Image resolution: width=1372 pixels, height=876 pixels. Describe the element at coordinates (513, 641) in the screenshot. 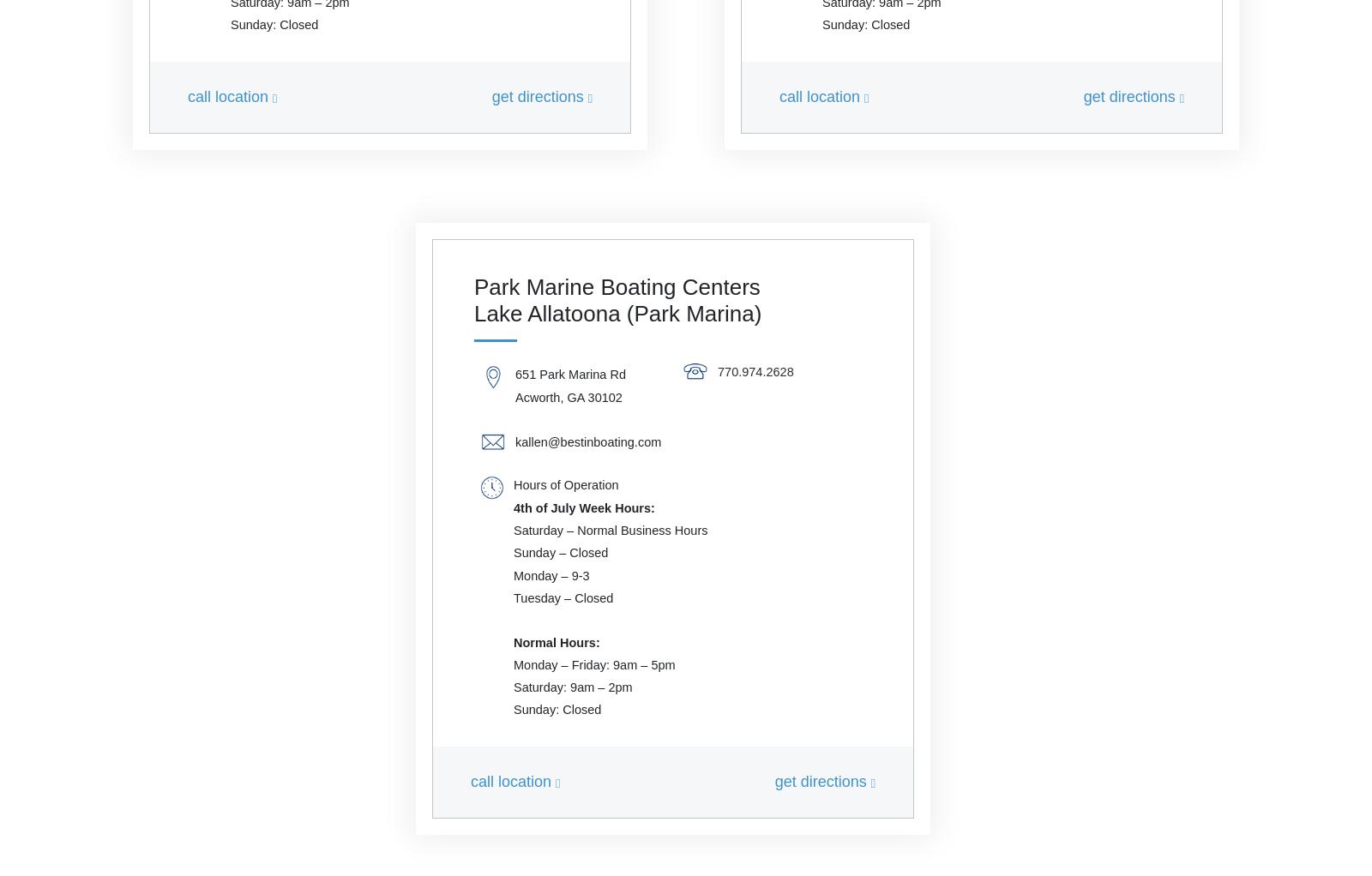

I see `'Normal Hours:'` at that location.